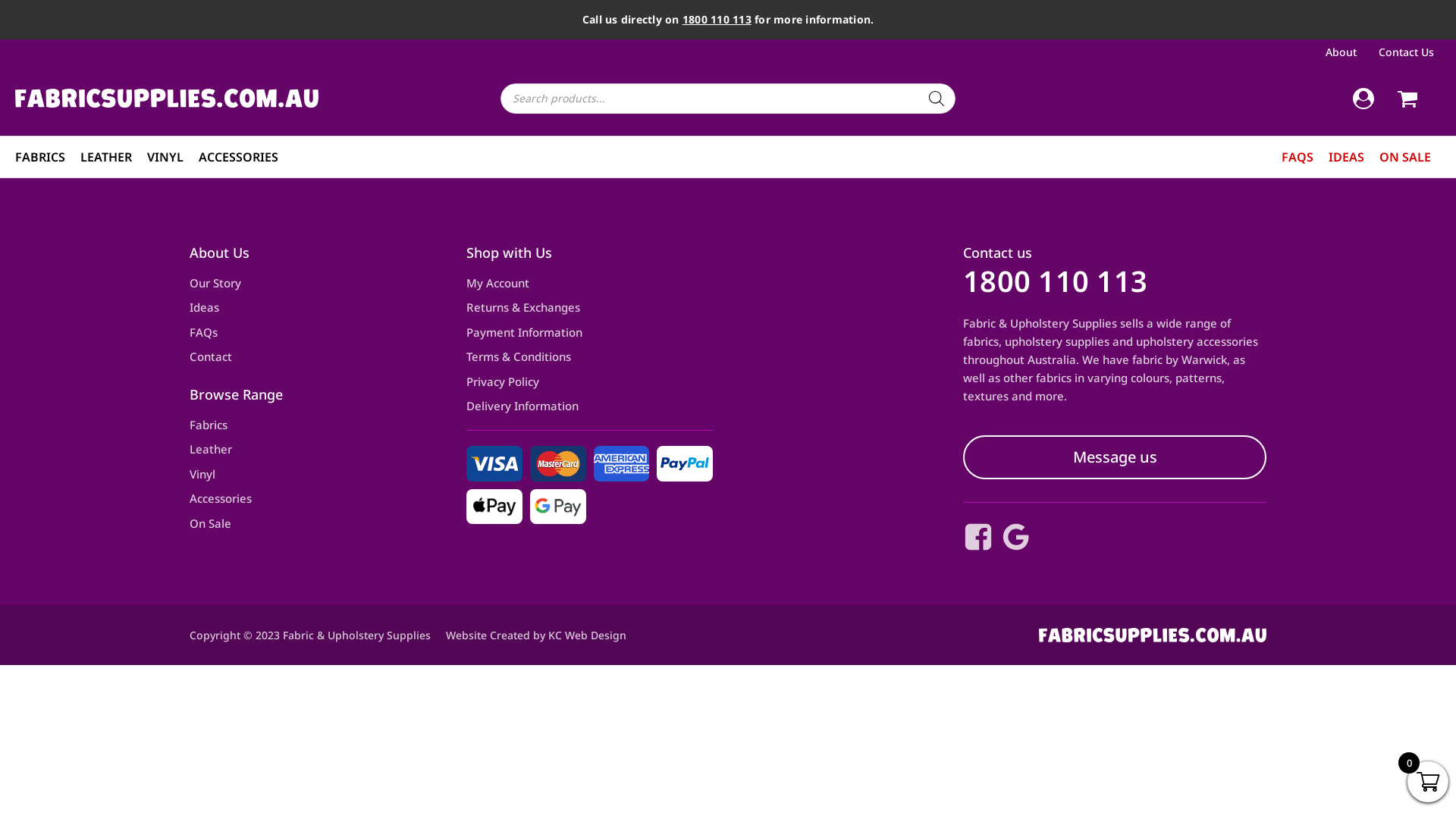 This screenshot has height=819, width=1456. I want to click on 'Ideas', so click(203, 307).